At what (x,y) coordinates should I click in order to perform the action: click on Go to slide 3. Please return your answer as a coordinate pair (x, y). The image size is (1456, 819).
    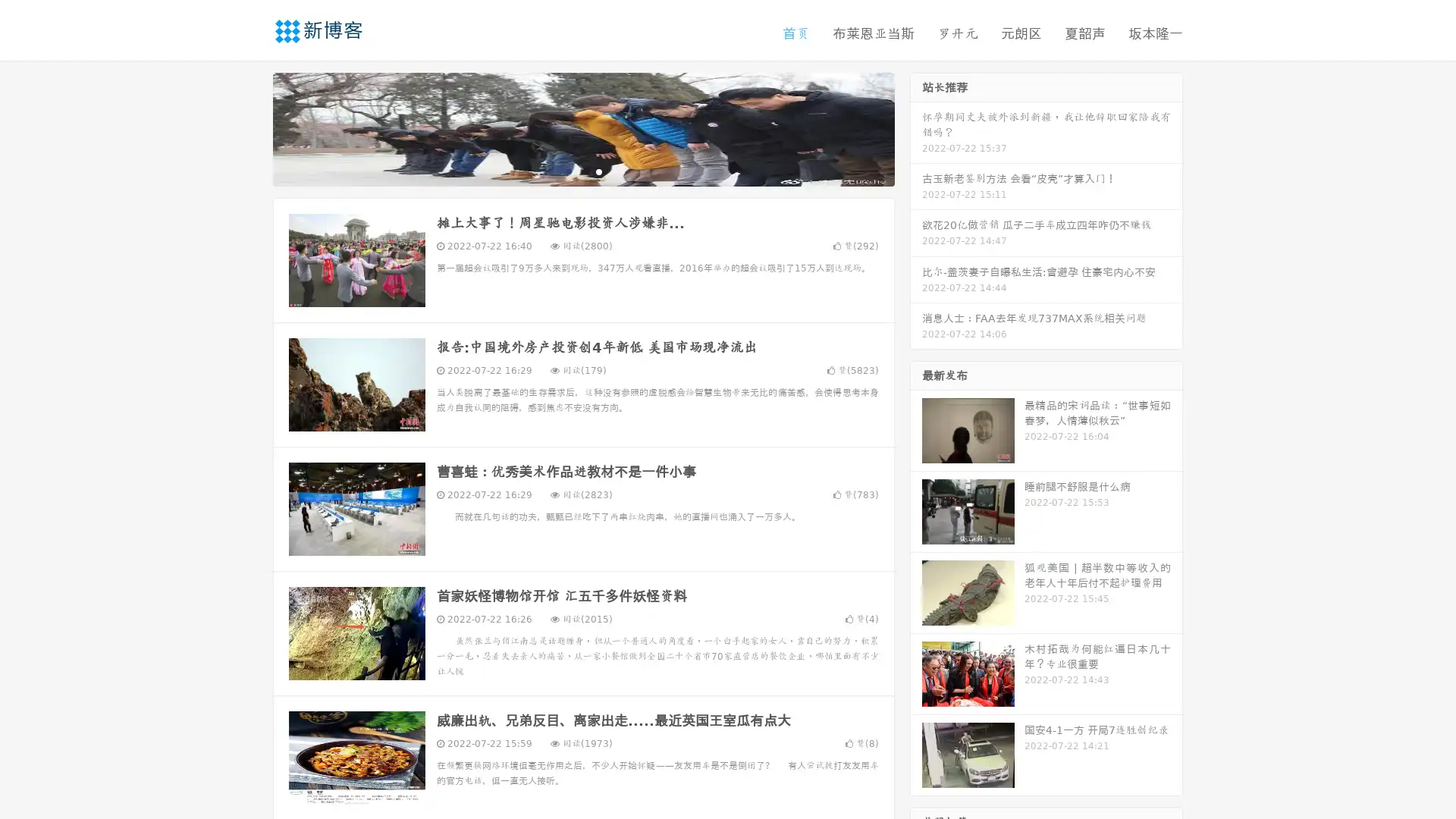
    Looking at the image, I should click on (598, 171).